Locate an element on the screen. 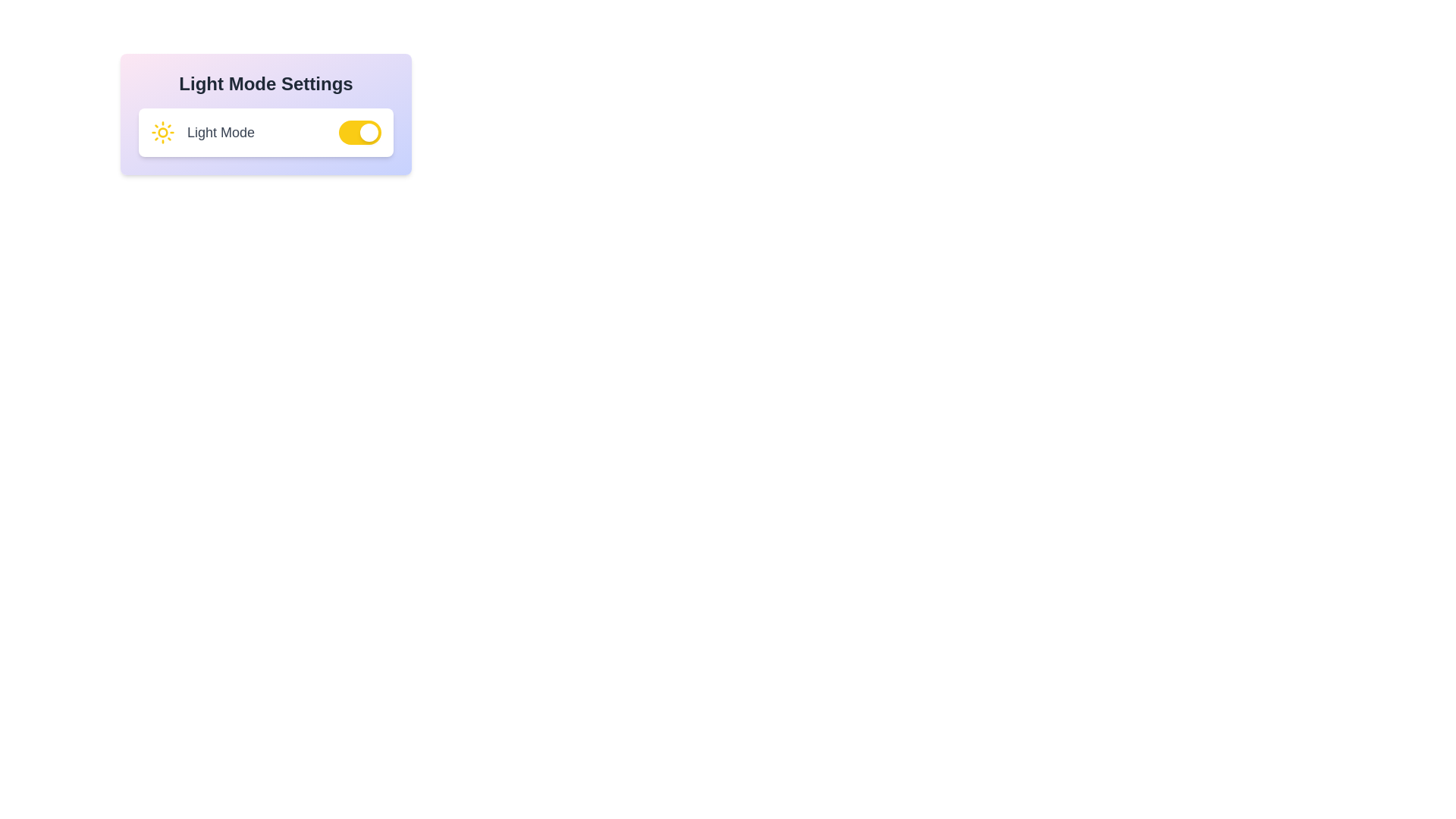  the text 'Light Mode' is located at coordinates (220, 131).